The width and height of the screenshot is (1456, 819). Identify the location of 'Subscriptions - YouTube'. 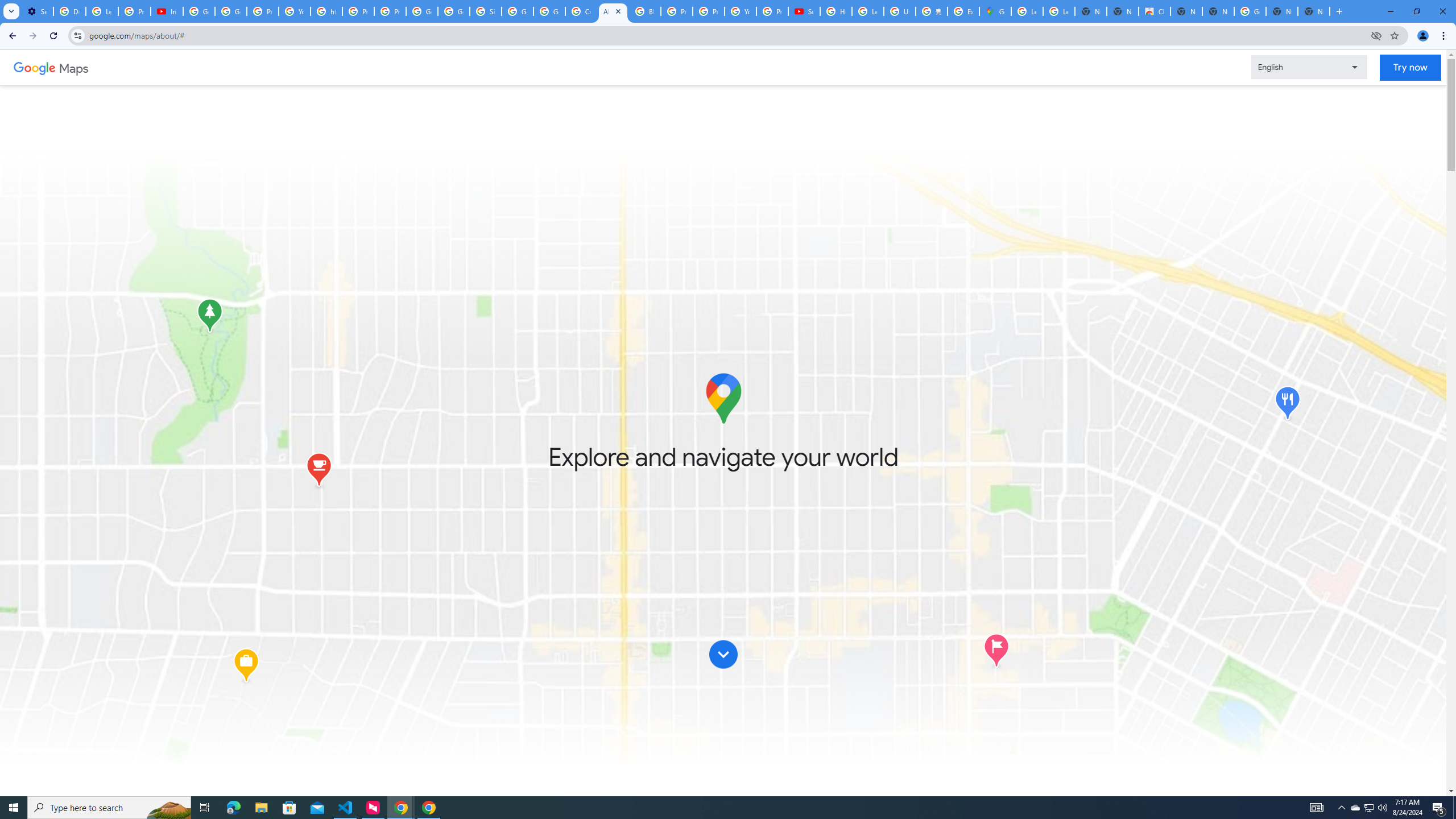
(804, 11).